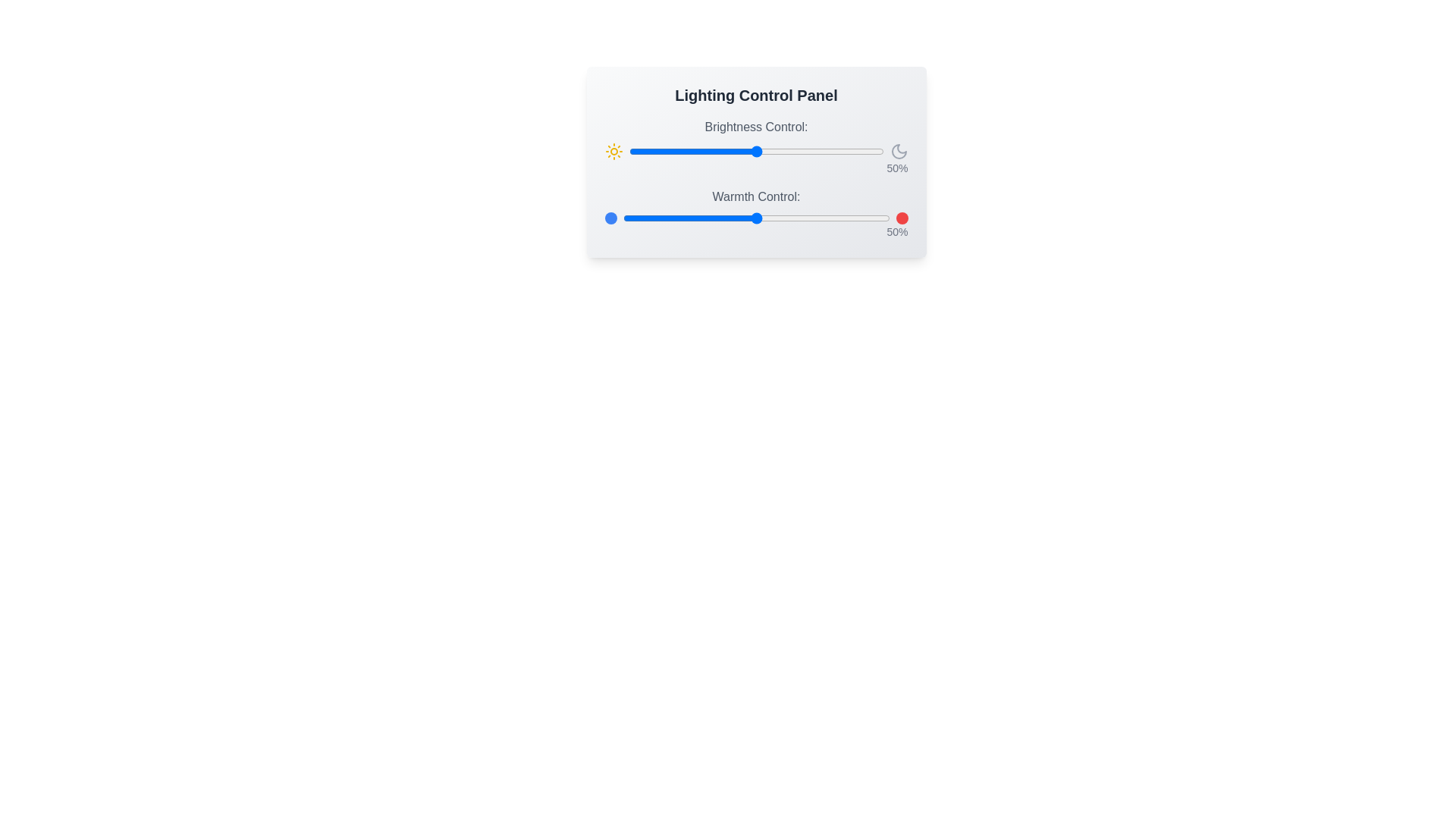 Image resolution: width=1456 pixels, height=819 pixels. Describe the element at coordinates (843, 218) in the screenshot. I see `the warmth level` at that location.